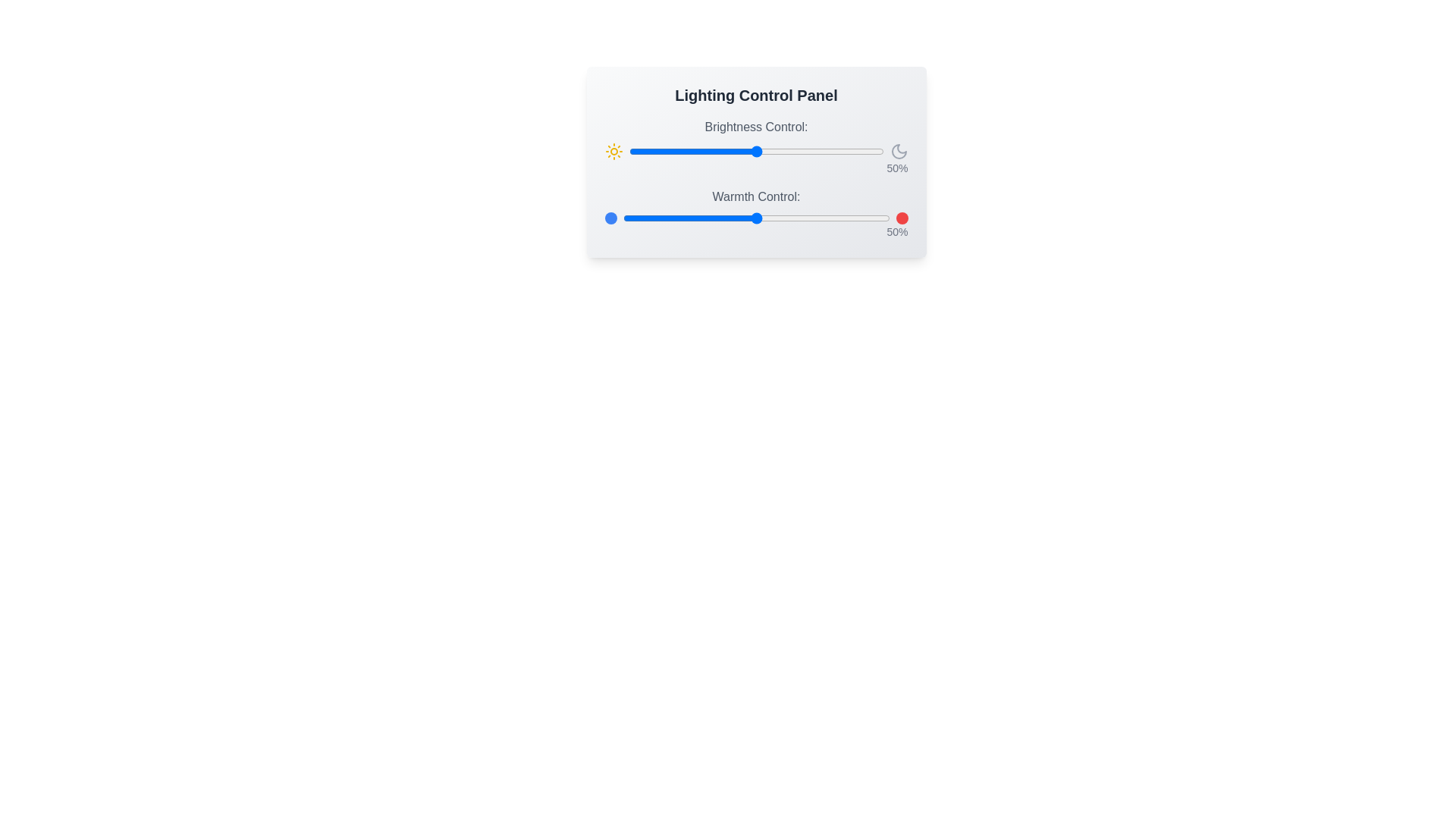 Image resolution: width=1456 pixels, height=819 pixels. Describe the element at coordinates (843, 218) in the screenshot. I see `the warmth level` at that location.